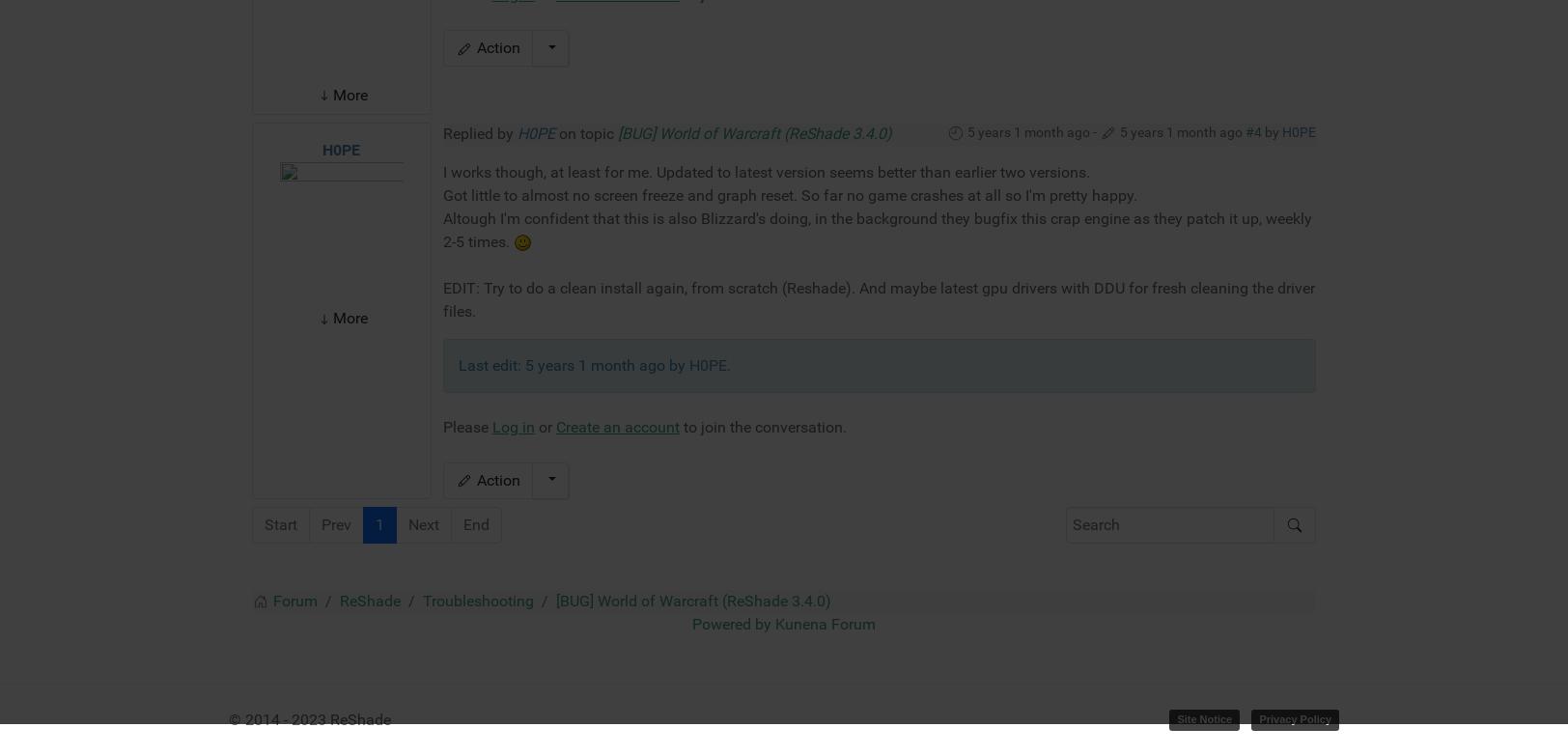 The width and height of the screenshot is (1568, 756). Describe the element at coordinates (826, 318) in the screenshot. I see `'Kunena Forum'` at that location.